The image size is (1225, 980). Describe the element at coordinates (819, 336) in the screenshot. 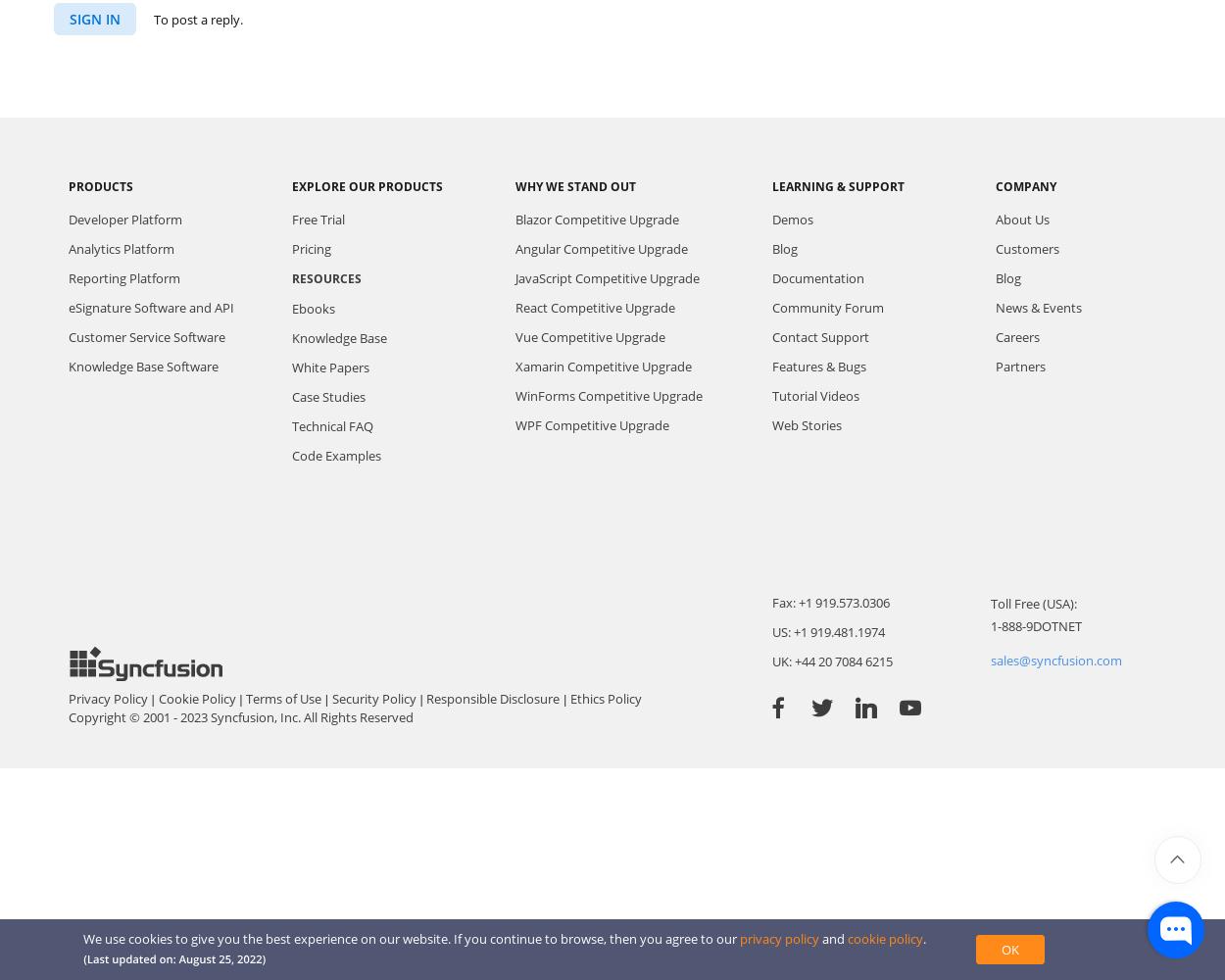

I see `'Contact Support'` at that location.